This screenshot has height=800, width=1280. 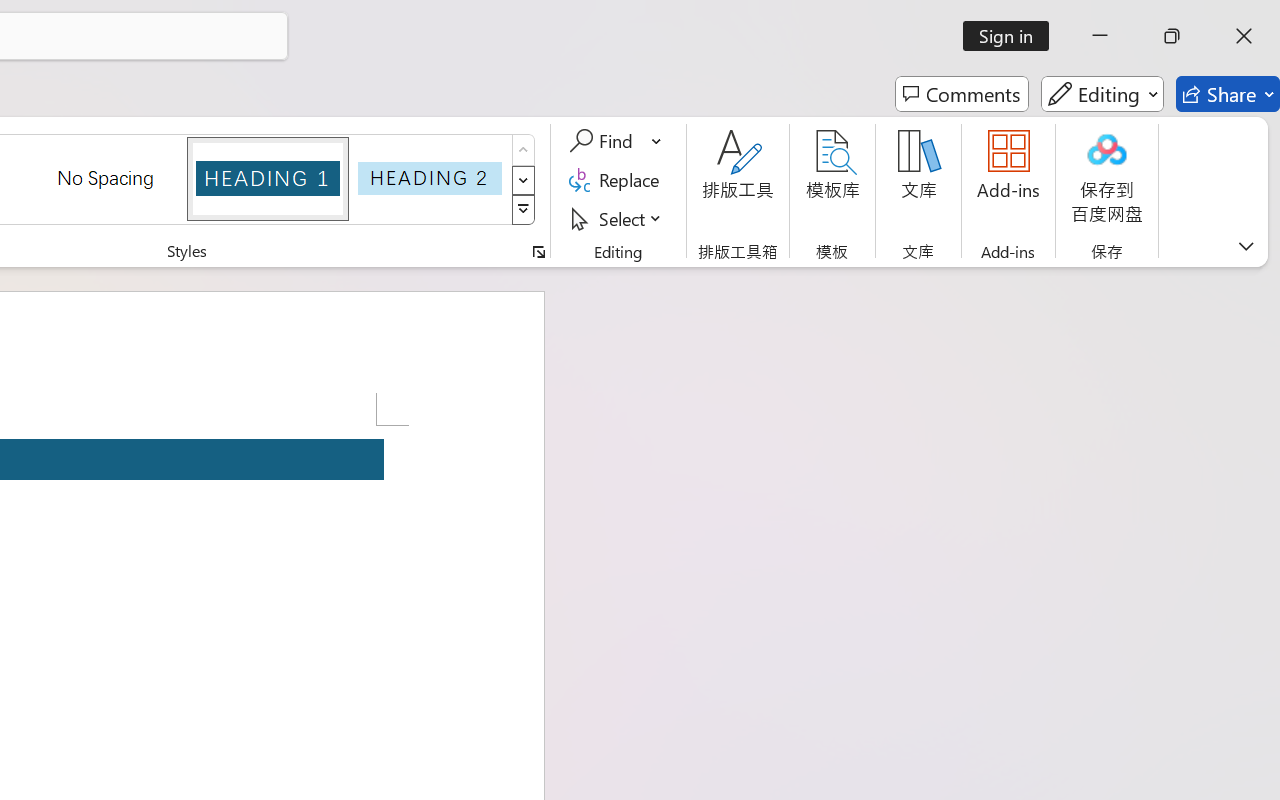 I want to click on 'Editing', so click(x=1101, y=94).